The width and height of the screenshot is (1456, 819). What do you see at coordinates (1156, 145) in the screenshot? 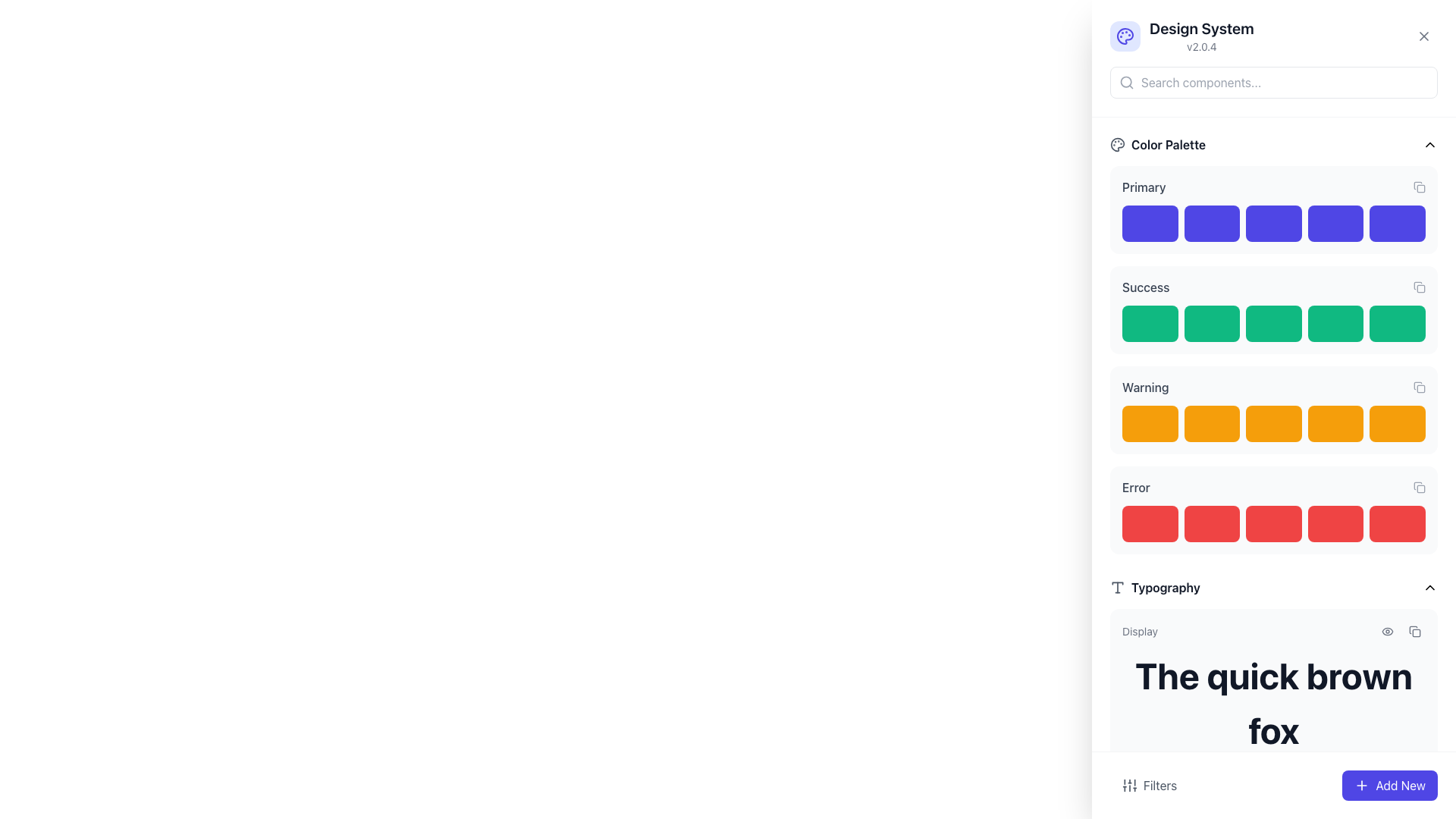
I see `the 'Color Palette' label which features a palette icon on the left and bold text on the right, located in the top section of the right pane` at bounding box center [1156, 145].